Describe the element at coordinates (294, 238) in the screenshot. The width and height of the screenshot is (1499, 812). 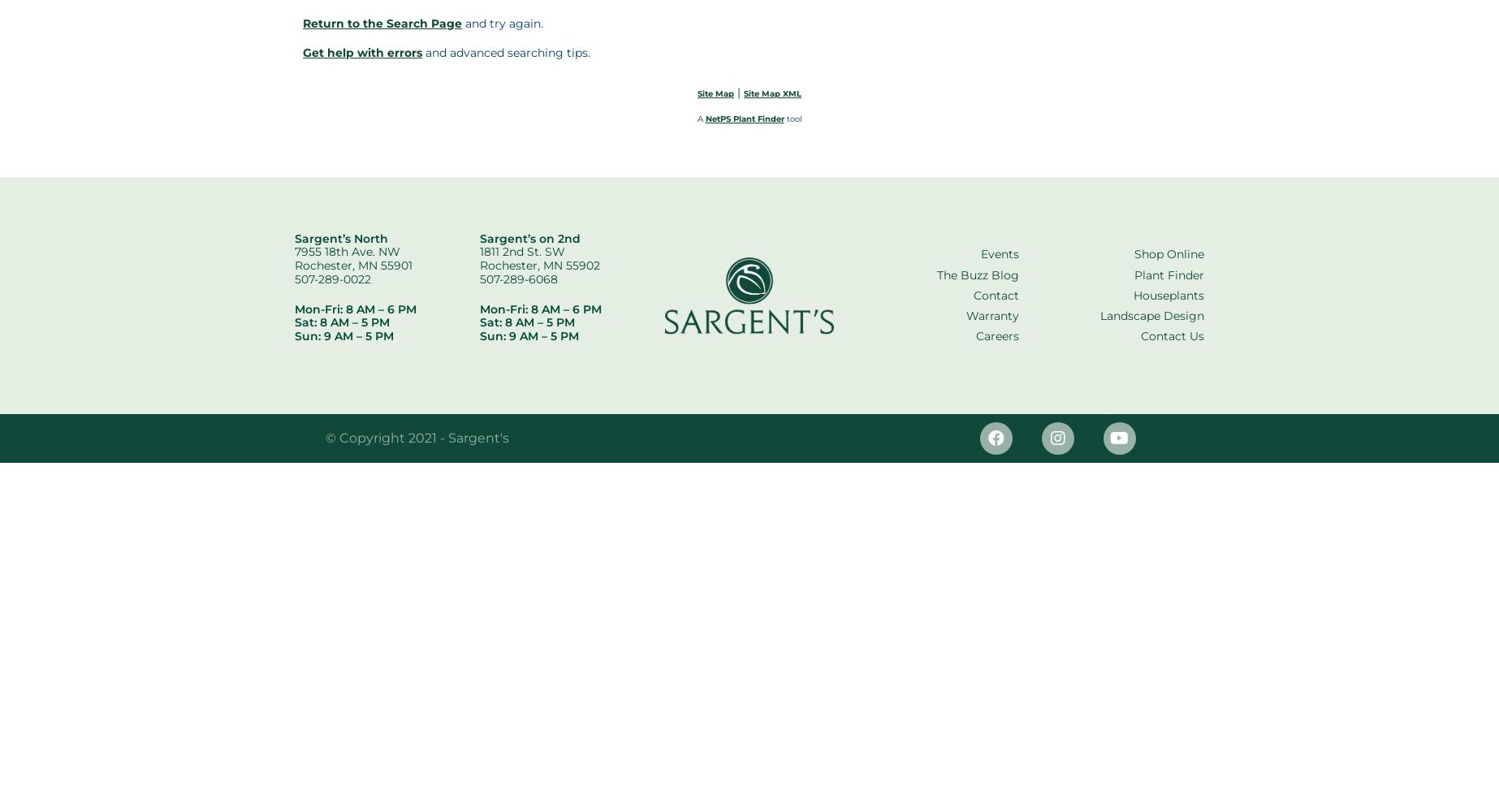
I see `'Sargent’s North'` at that location.